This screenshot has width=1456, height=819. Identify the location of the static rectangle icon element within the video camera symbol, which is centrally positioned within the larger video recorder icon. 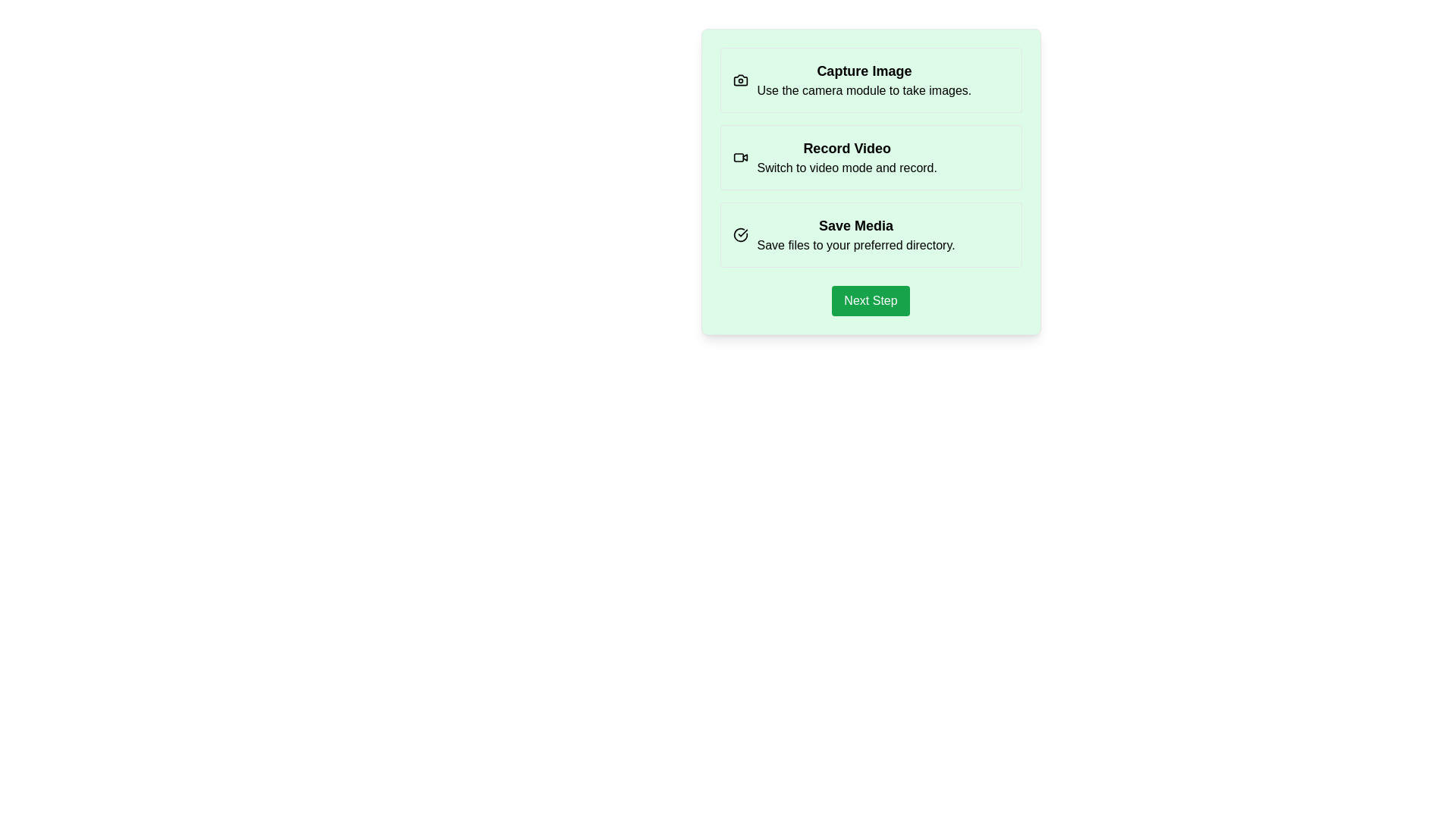
(739, 158).